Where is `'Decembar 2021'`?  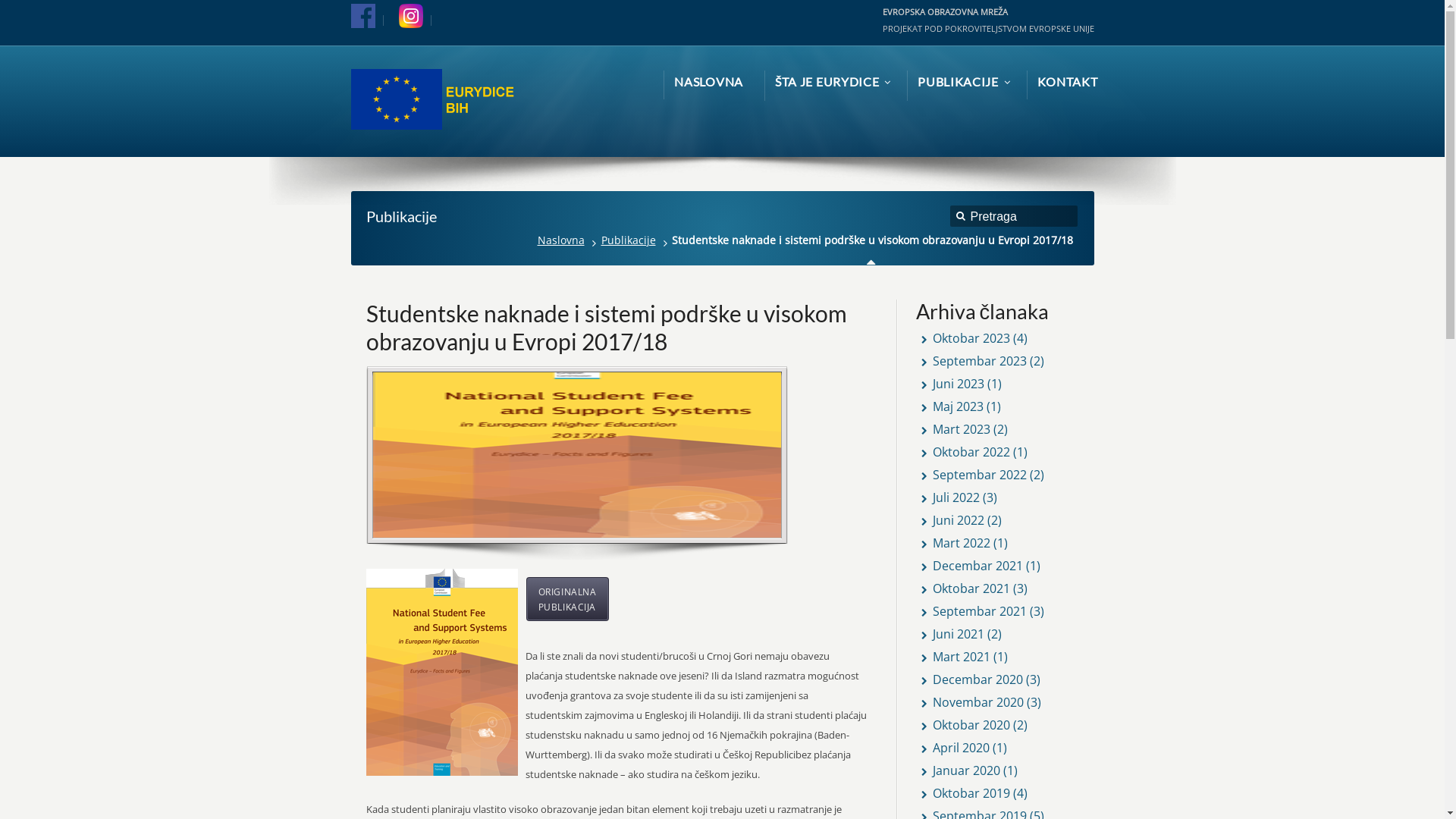 'Decembar 2021' is located at coordinates (931, 565).